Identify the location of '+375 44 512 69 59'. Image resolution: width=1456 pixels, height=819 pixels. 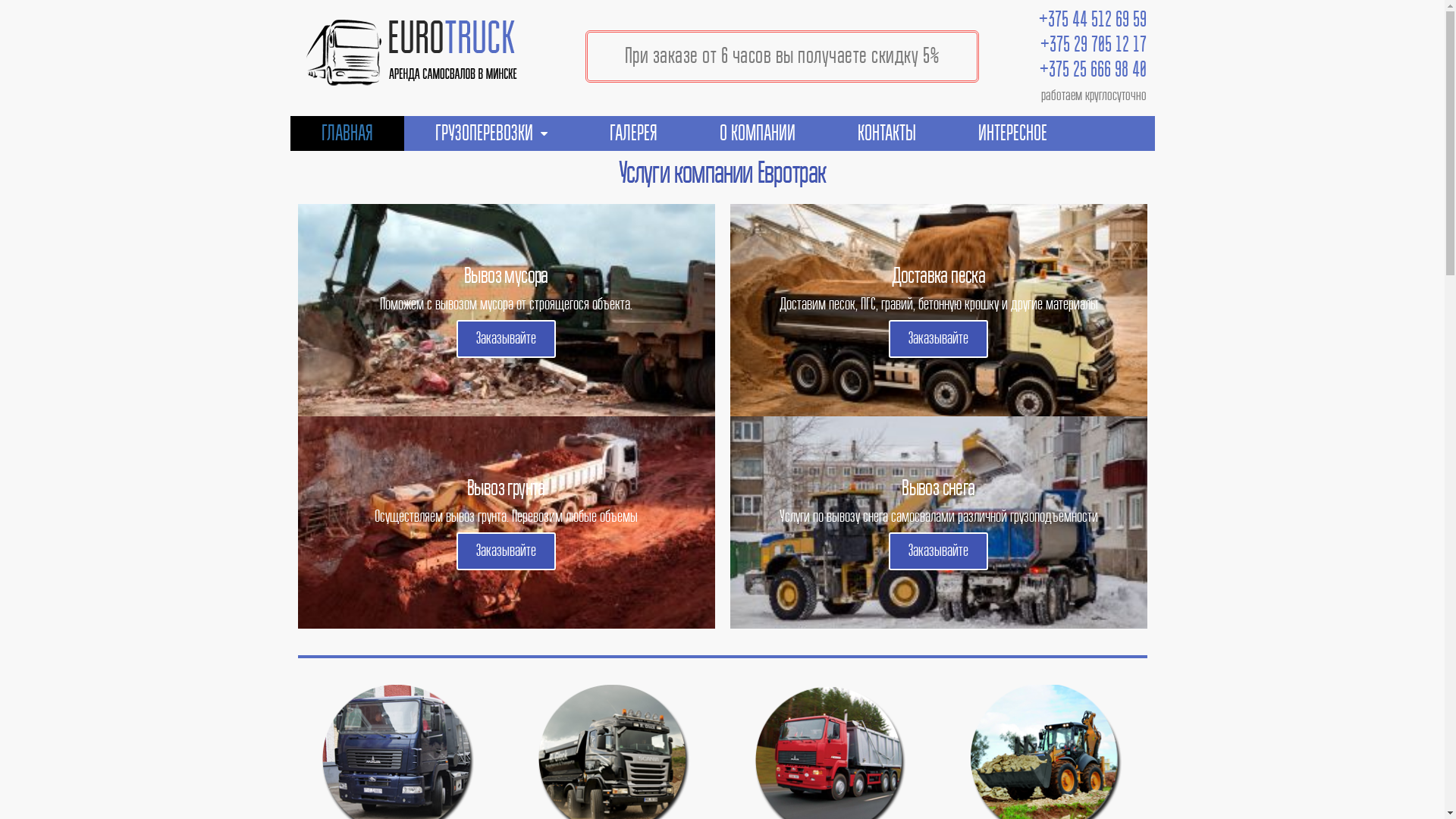
(1092, 20).